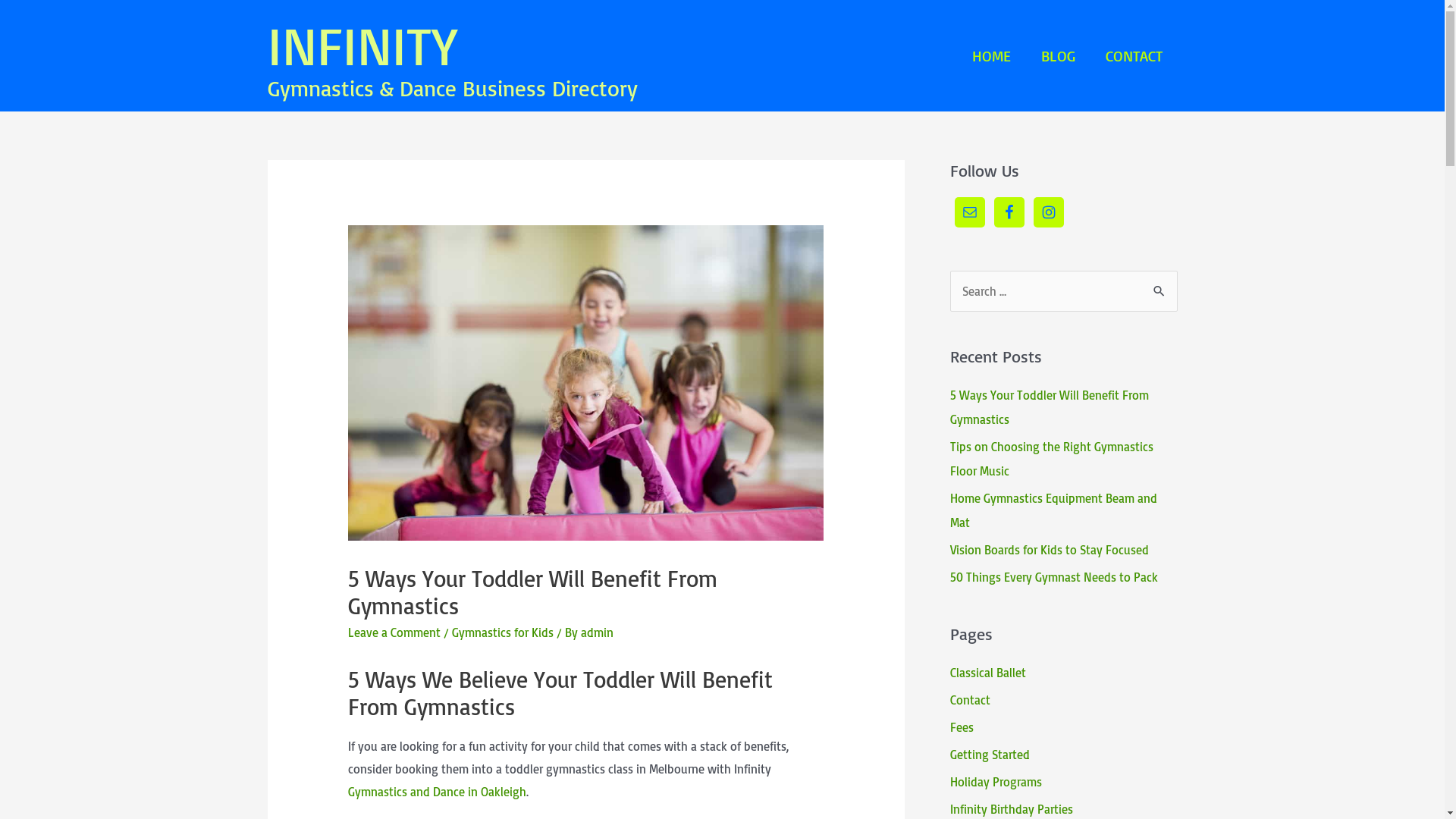 The image size is (1456, 819). I want to click on 'CONTACT', so click(1090, 55).